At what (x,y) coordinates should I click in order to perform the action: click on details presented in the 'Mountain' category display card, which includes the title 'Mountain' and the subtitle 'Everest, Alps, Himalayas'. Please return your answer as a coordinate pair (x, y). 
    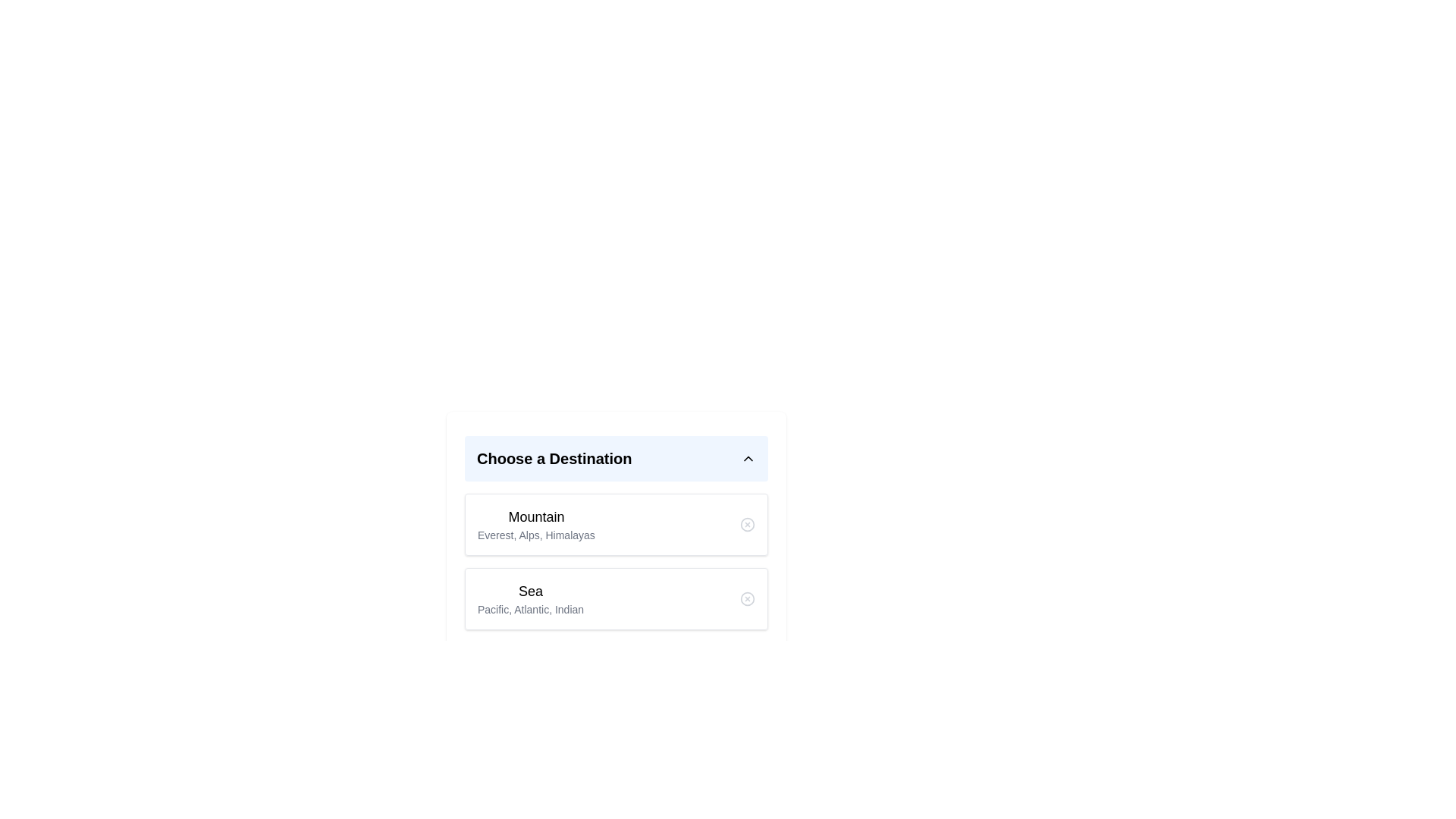
    Looking at the image, I should click on (616, 523).